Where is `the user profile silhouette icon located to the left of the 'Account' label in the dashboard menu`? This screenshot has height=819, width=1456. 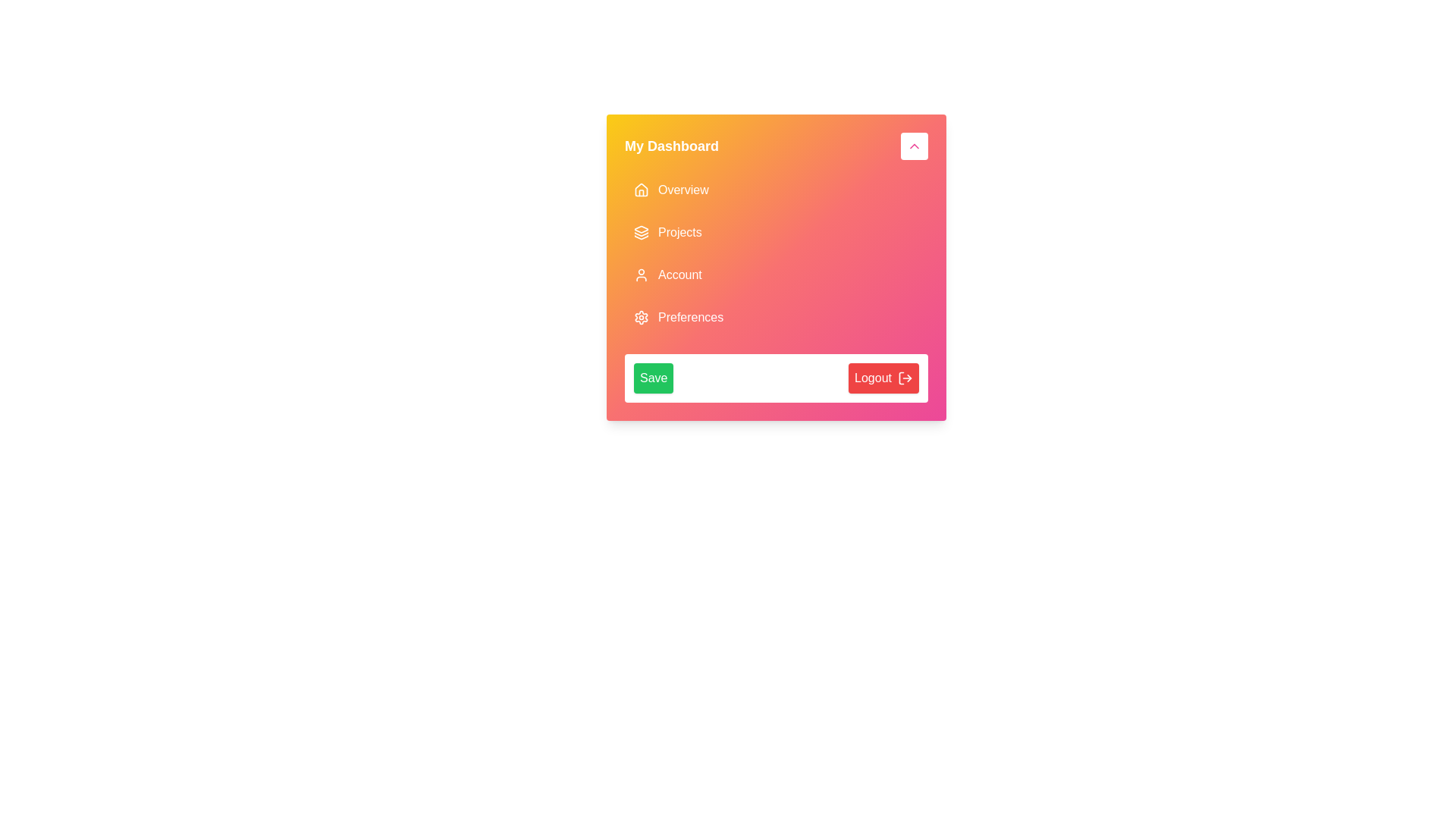 the user profile silhouette icon located to the left of the 'Account' label in the dashboard menu is located at coordinates (641, 275).